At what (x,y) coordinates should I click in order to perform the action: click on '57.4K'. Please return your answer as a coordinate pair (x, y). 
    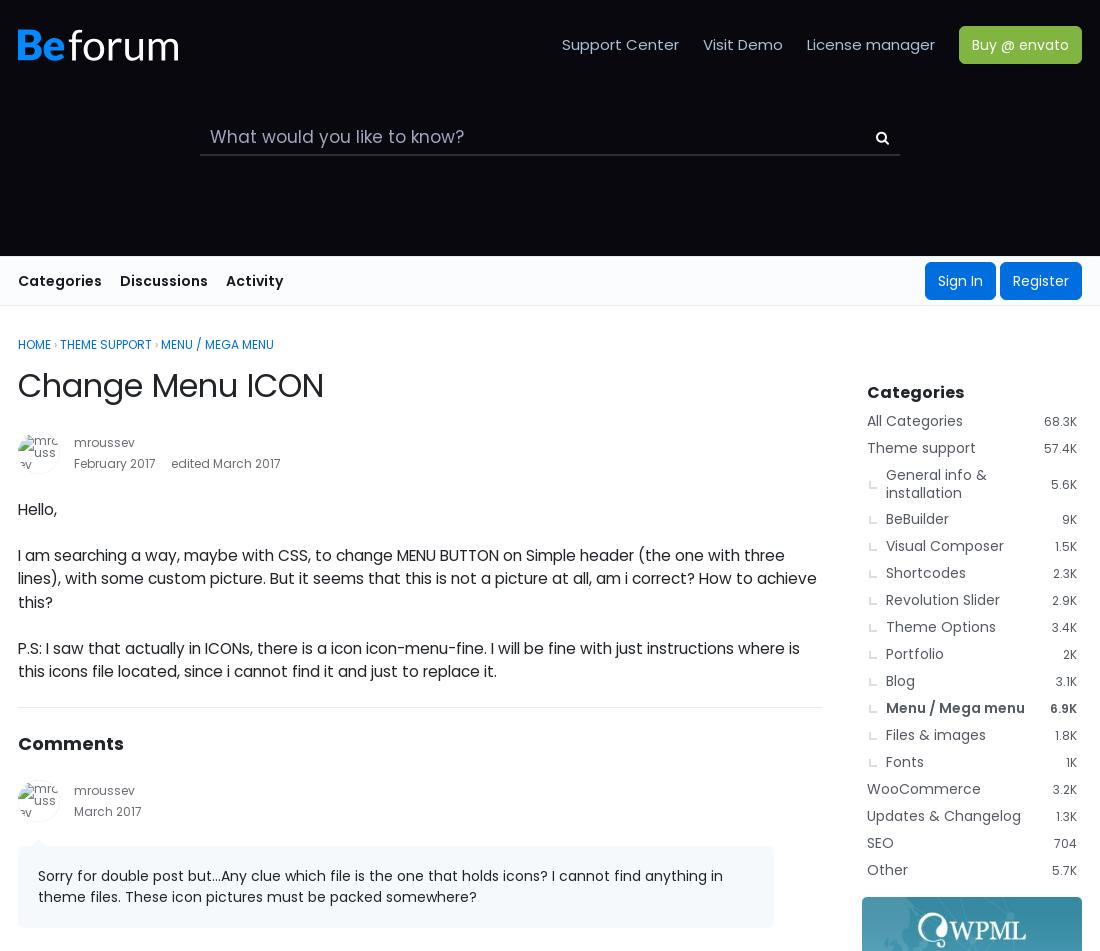
    Looking at the image, I should click on (1060, 448).